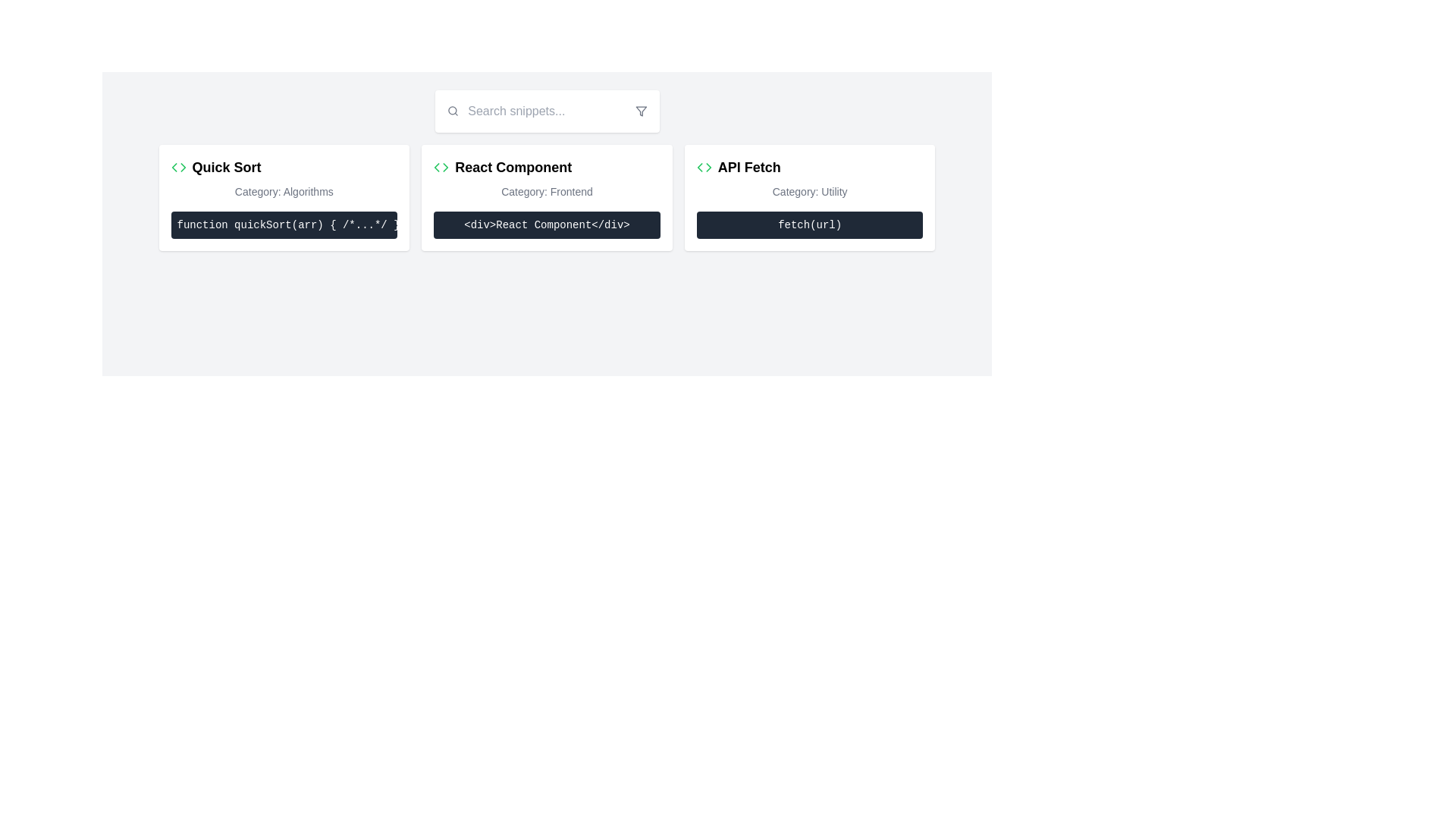  I want to click on the third card in the grid layout that showcases a functional snippet overview related to an API fetching utility, so click(809, 197).